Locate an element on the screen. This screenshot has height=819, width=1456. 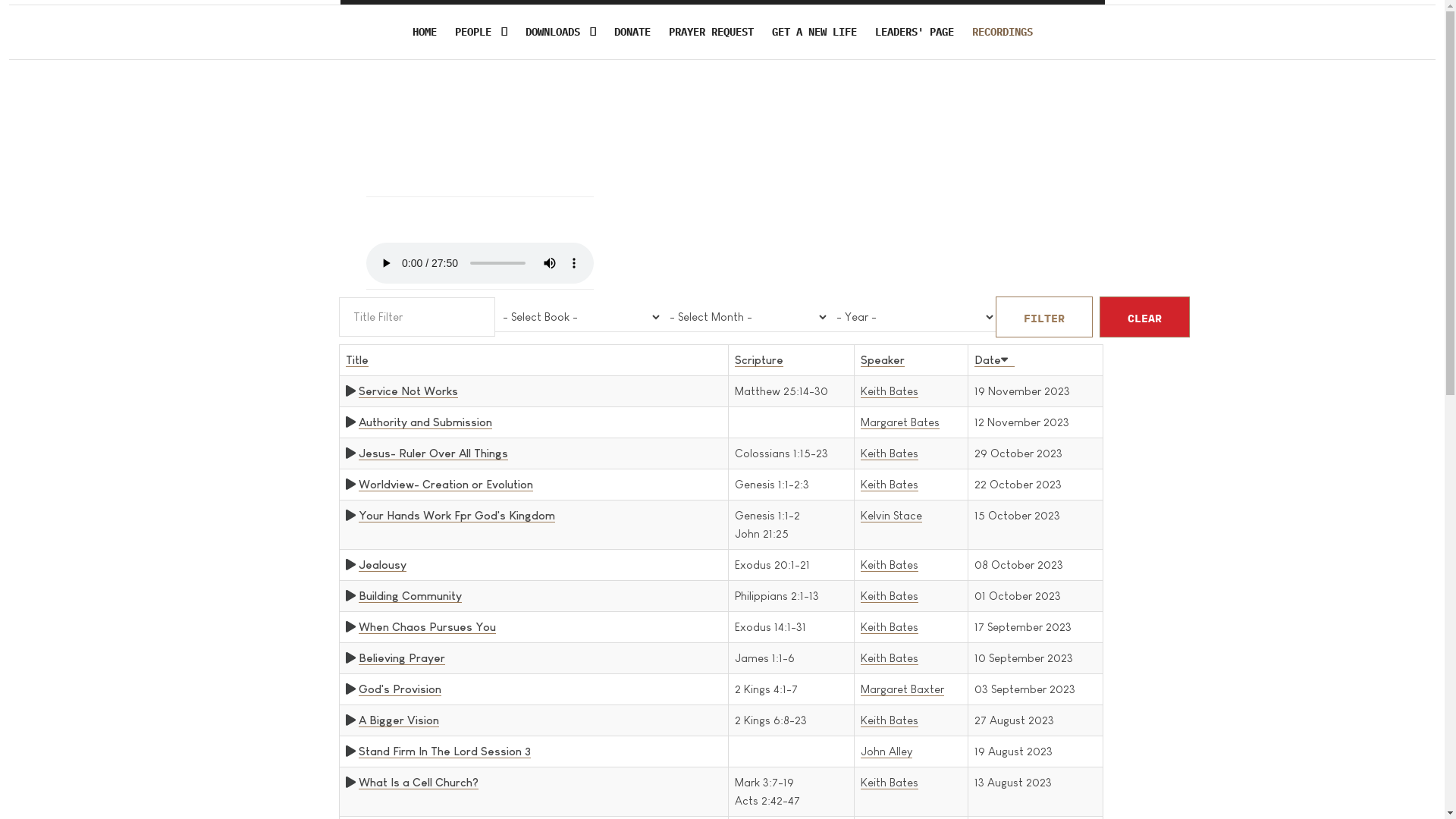
'A Bigger Vision' is located at coordinates (397, 719).